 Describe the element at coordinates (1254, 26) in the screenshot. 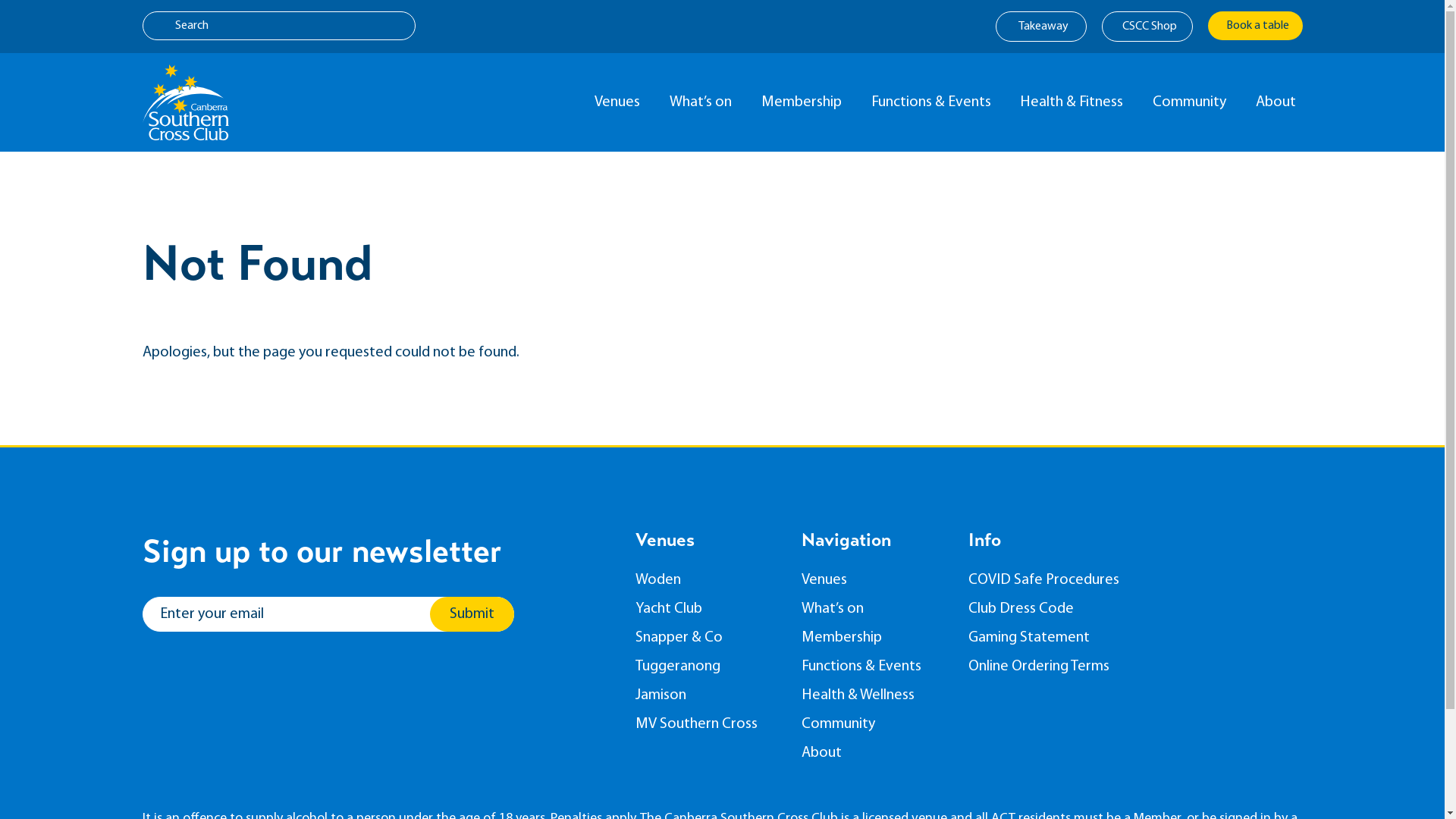

I see `'Book a table'` at that location.